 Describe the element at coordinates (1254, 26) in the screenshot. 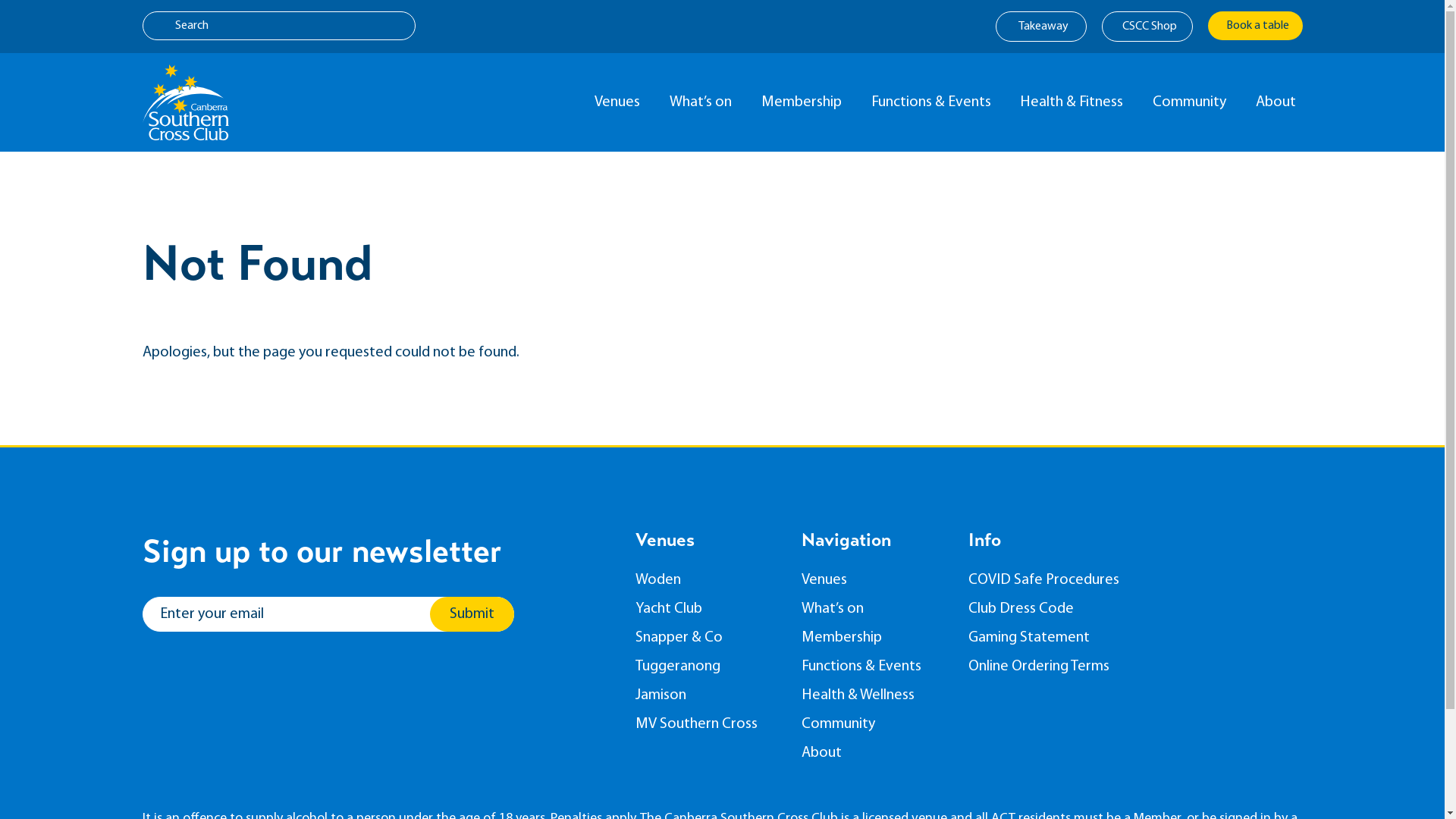

I see `'Book a table'` at that location.